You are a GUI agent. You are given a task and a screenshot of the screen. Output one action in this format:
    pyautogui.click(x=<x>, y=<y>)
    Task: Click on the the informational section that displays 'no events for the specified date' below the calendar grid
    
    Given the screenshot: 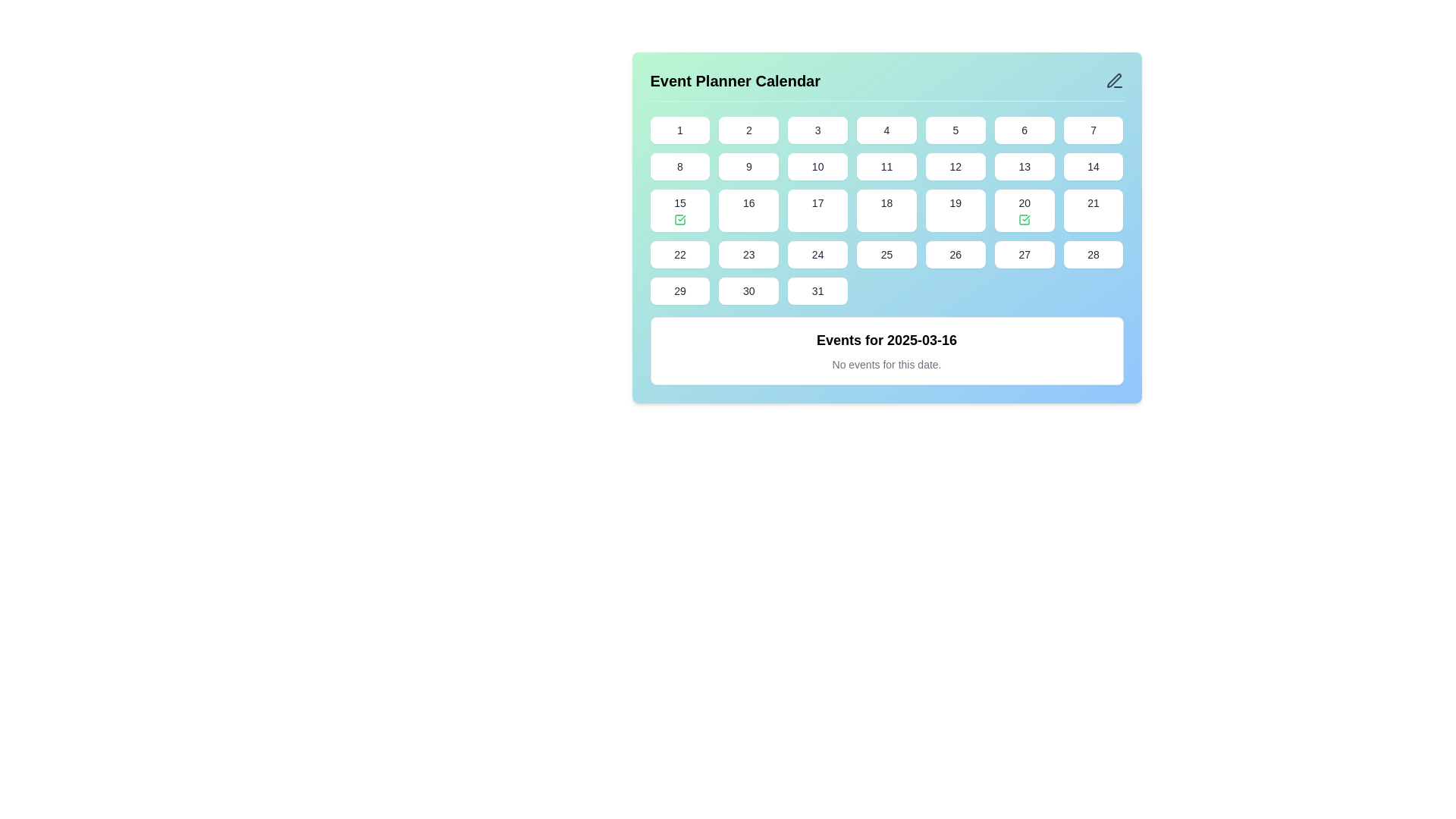 What is the action you would take?
    pyautogui.click(x=886, y=350)
    